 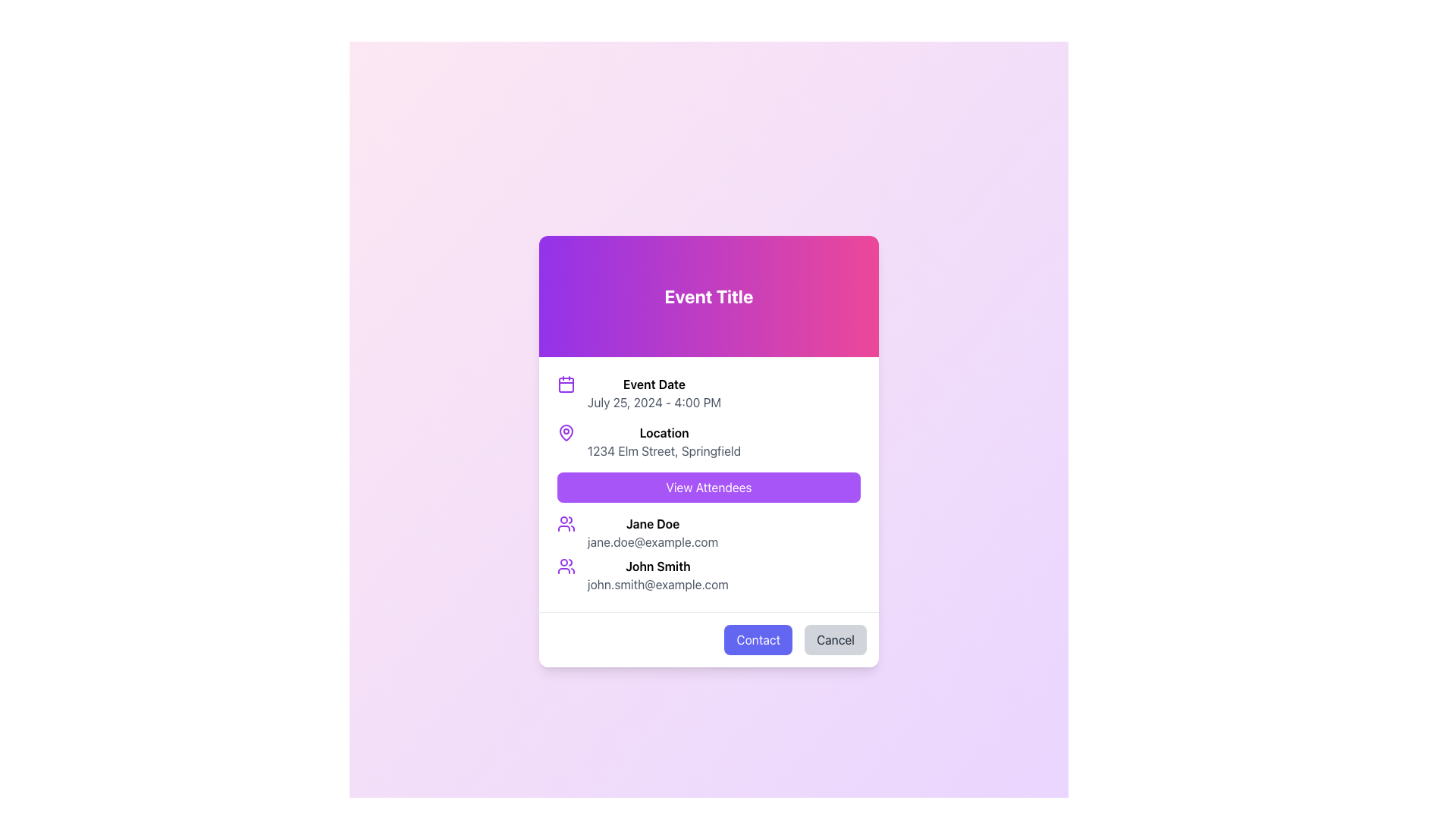 What do you see at coordinates (758, 639) in the screenshot?
I see `the 'Contact' button located in the footer section of the modal dialog box` at bounding box center [758, 639].